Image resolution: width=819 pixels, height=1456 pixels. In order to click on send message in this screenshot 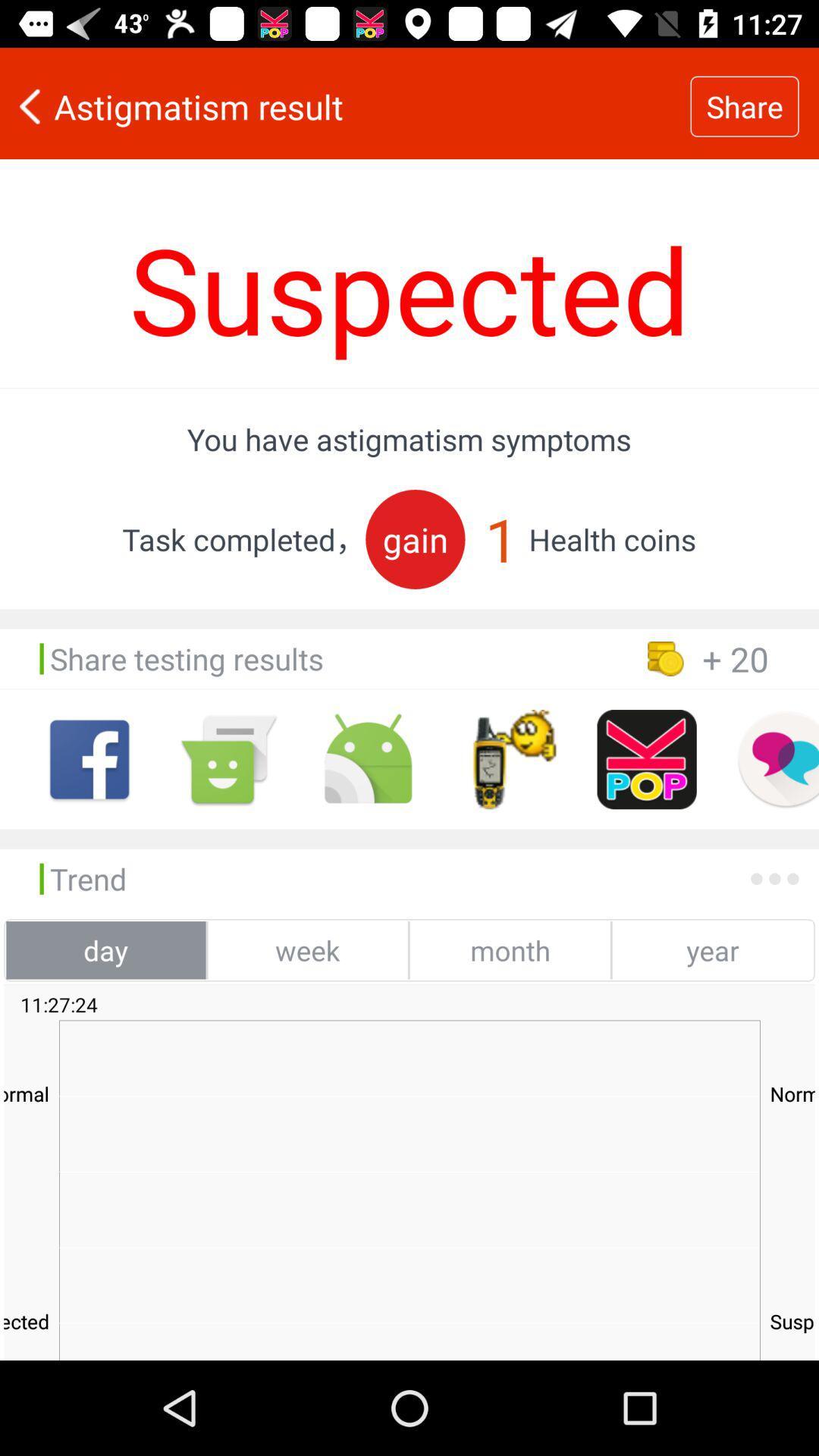, I will do `click(228, 759)`.